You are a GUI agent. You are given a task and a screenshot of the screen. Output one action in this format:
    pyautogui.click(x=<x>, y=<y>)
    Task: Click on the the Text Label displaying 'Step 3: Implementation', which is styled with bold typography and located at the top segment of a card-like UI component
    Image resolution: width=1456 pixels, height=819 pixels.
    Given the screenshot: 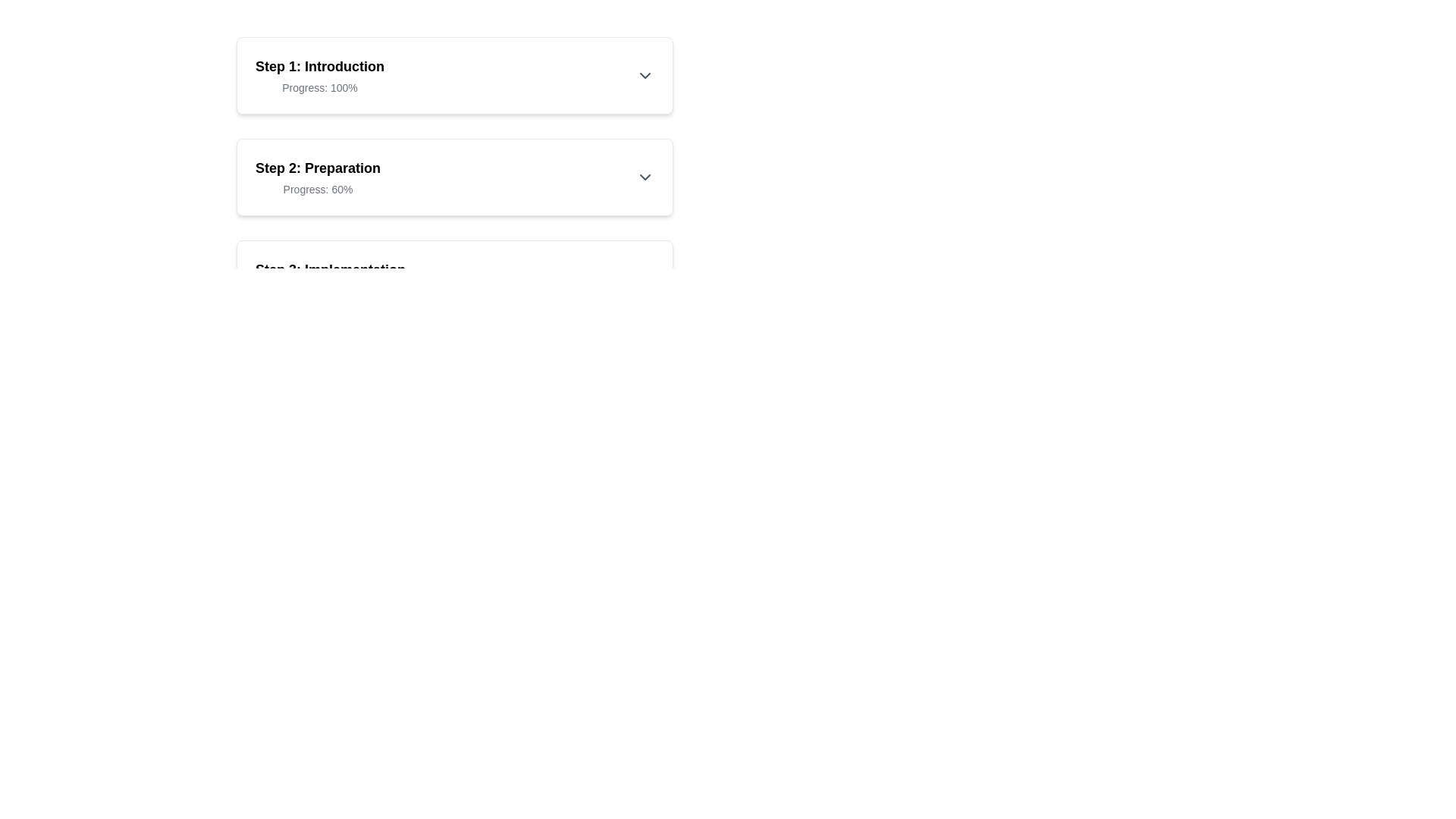 What is the action you would take?
    pyautogui.click(x=330, y=268)
    